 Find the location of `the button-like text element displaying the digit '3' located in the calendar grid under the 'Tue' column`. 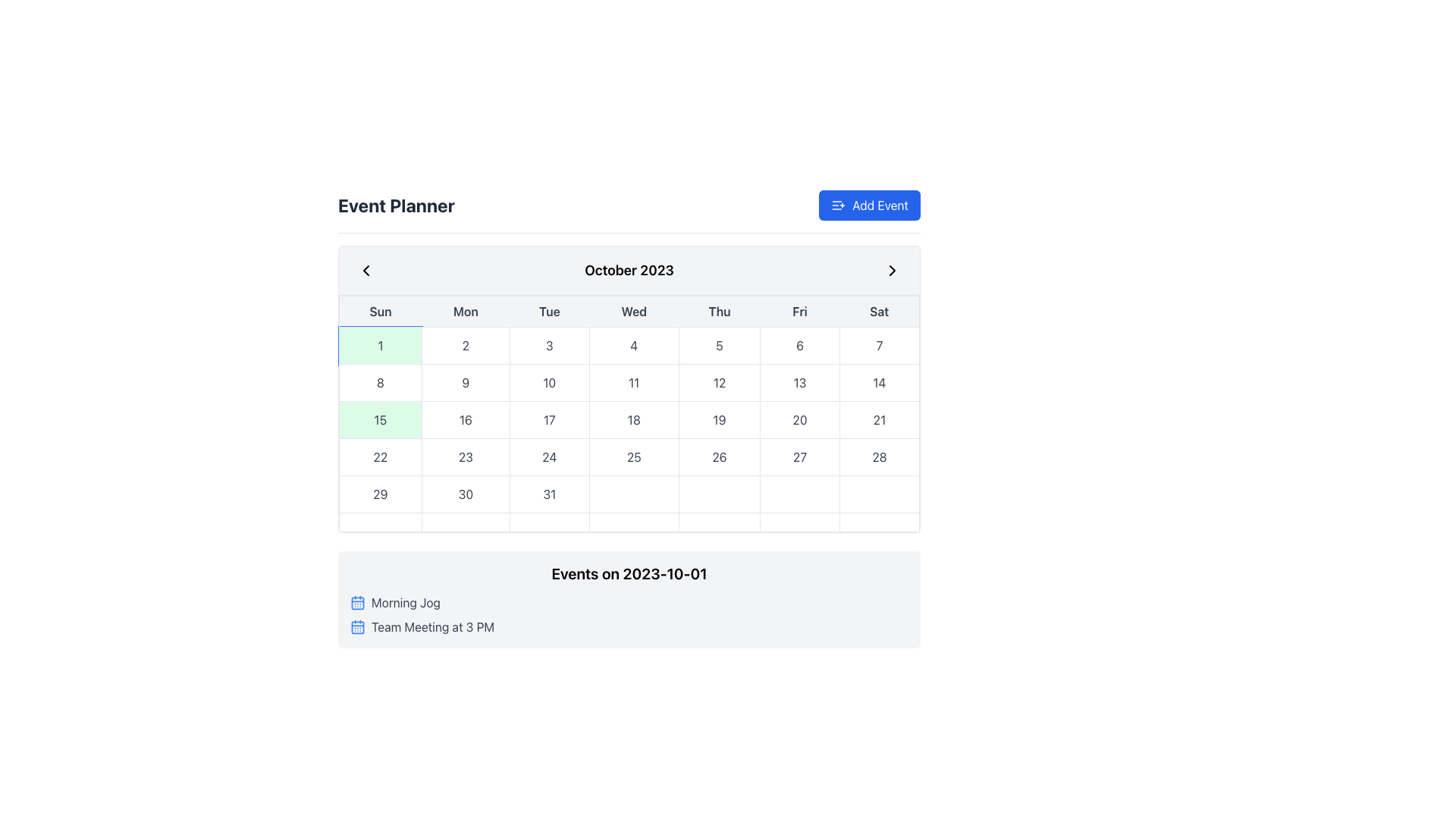

the button-like text element displaying the digit '3' located in the calendar grid under the 'Tue' column is located at coordinates (548, 345).